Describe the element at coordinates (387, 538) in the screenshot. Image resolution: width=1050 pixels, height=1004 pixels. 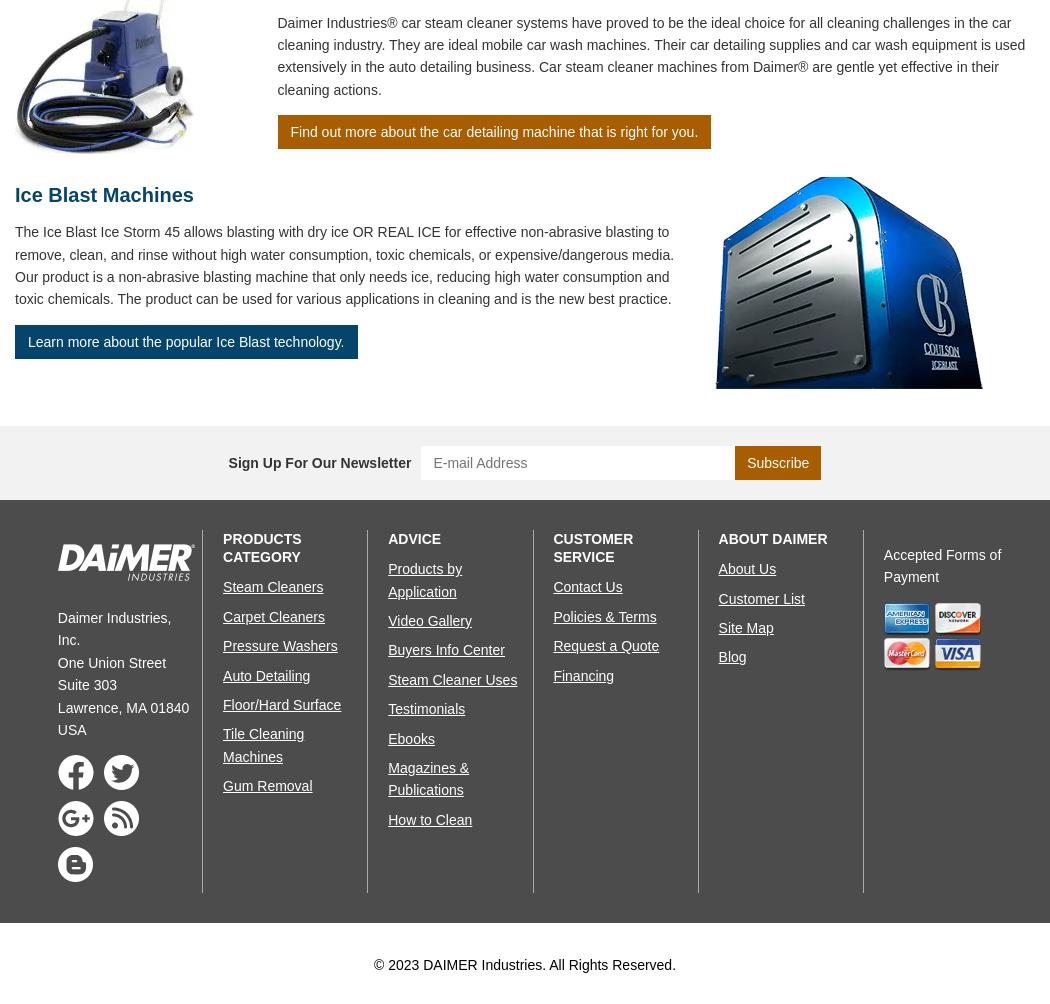
I see `'Advice'` at that location.